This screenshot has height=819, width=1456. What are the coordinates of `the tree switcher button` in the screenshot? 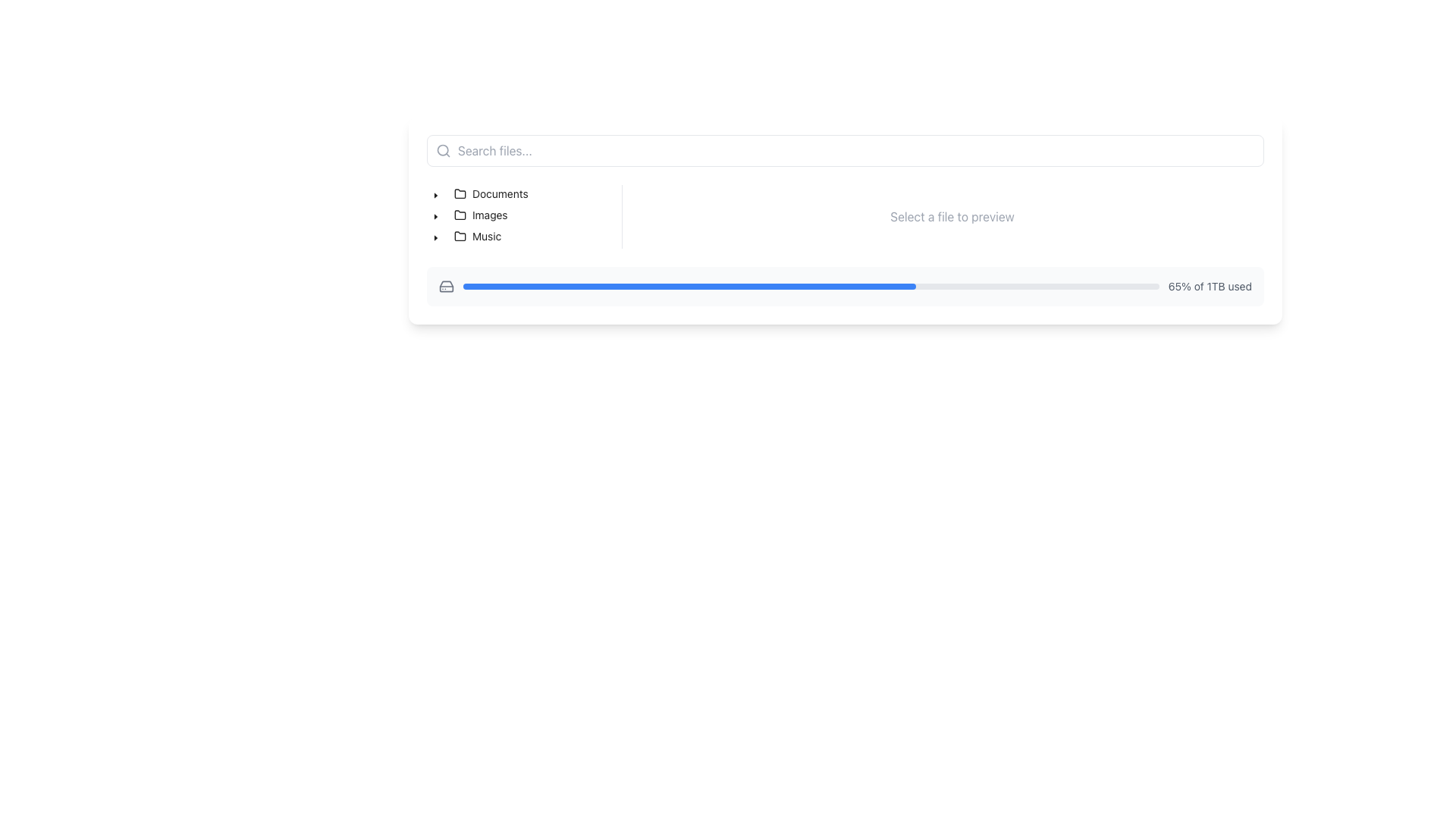 It's located at (435, 237).